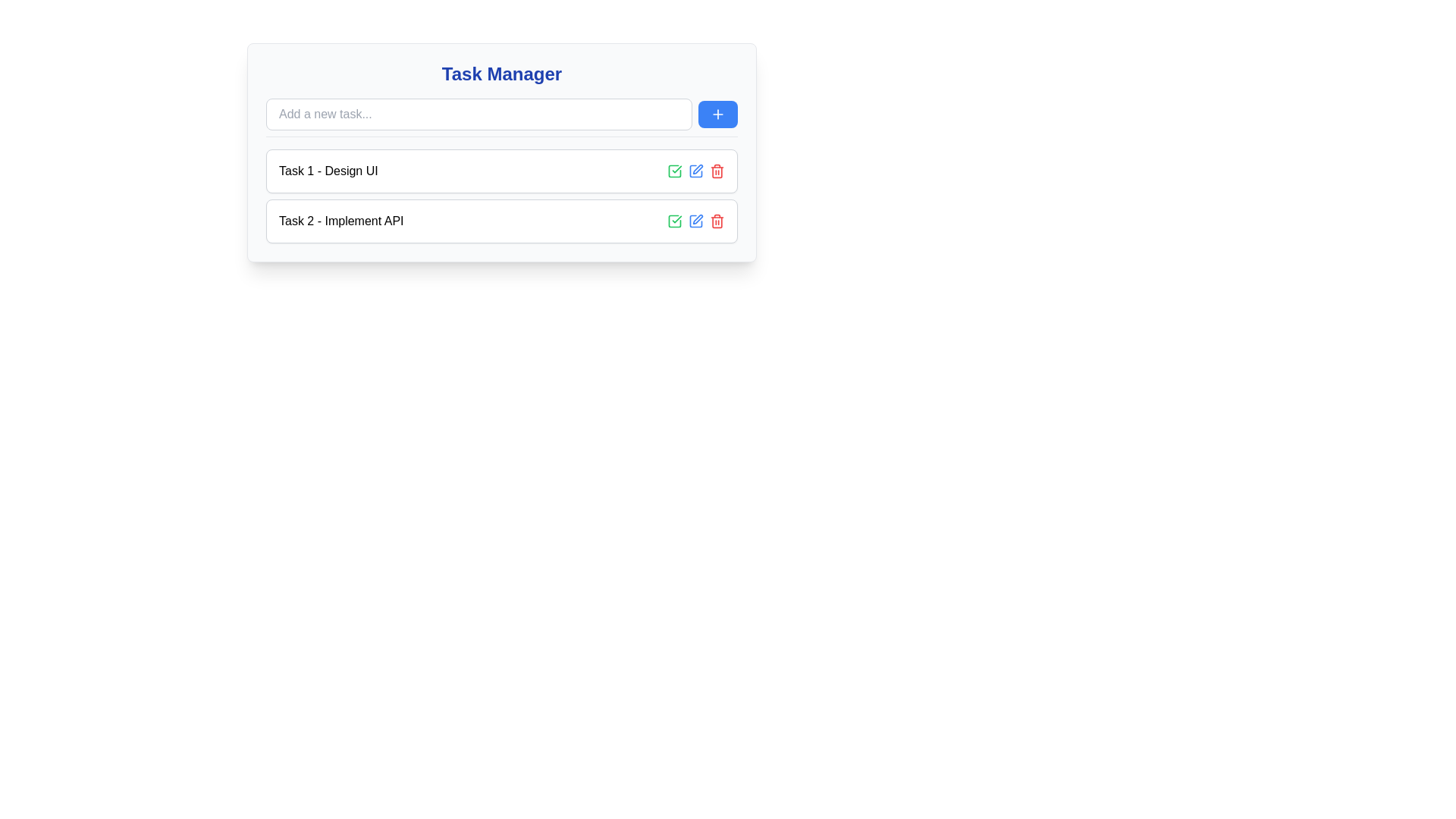  I want to click on the pencil-shaped icon within the edit button located in the third column of the second row of the task list, so click(697, 219).